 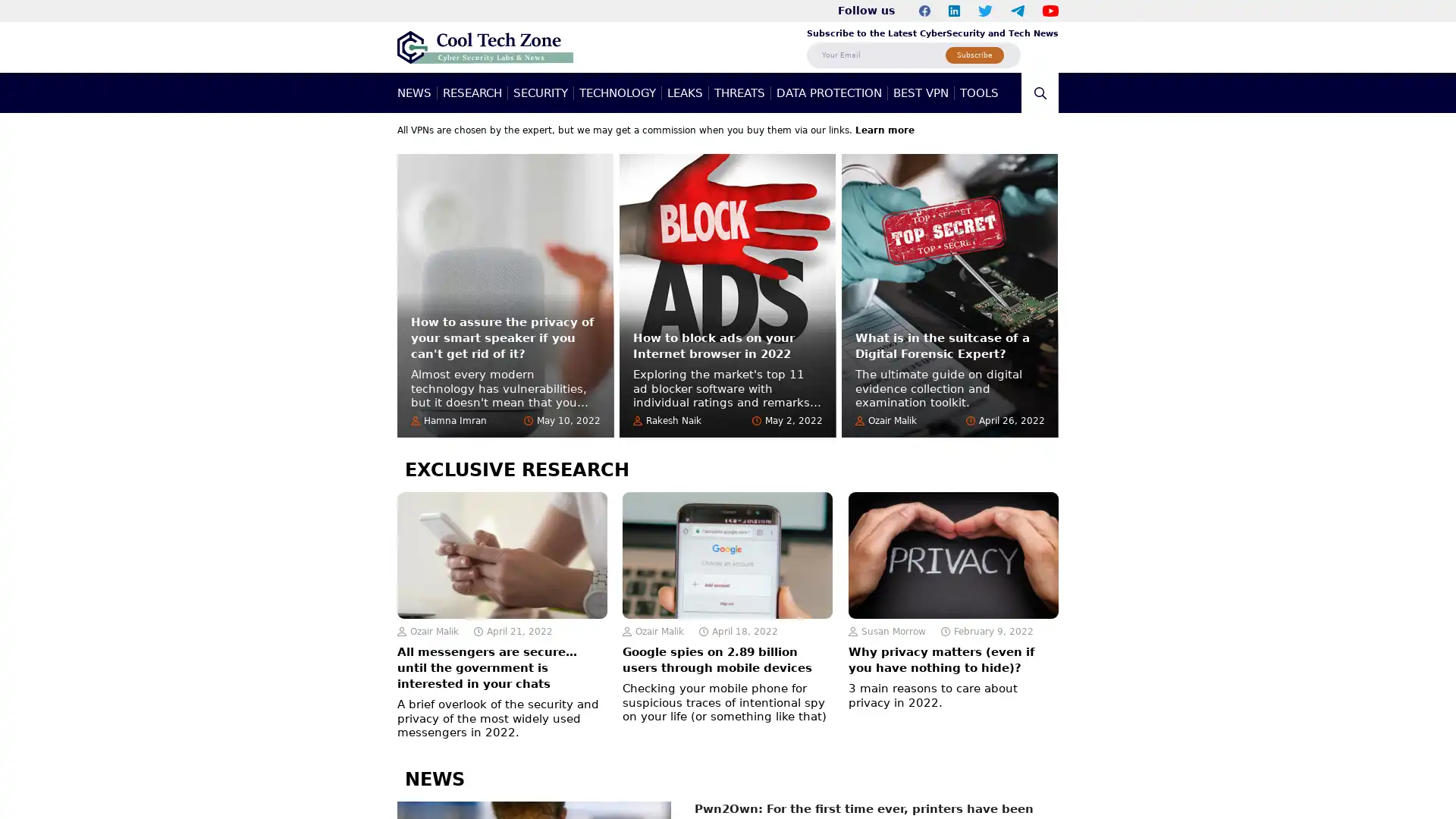 I want to click on Subscribe, so click(x=974, y=54).